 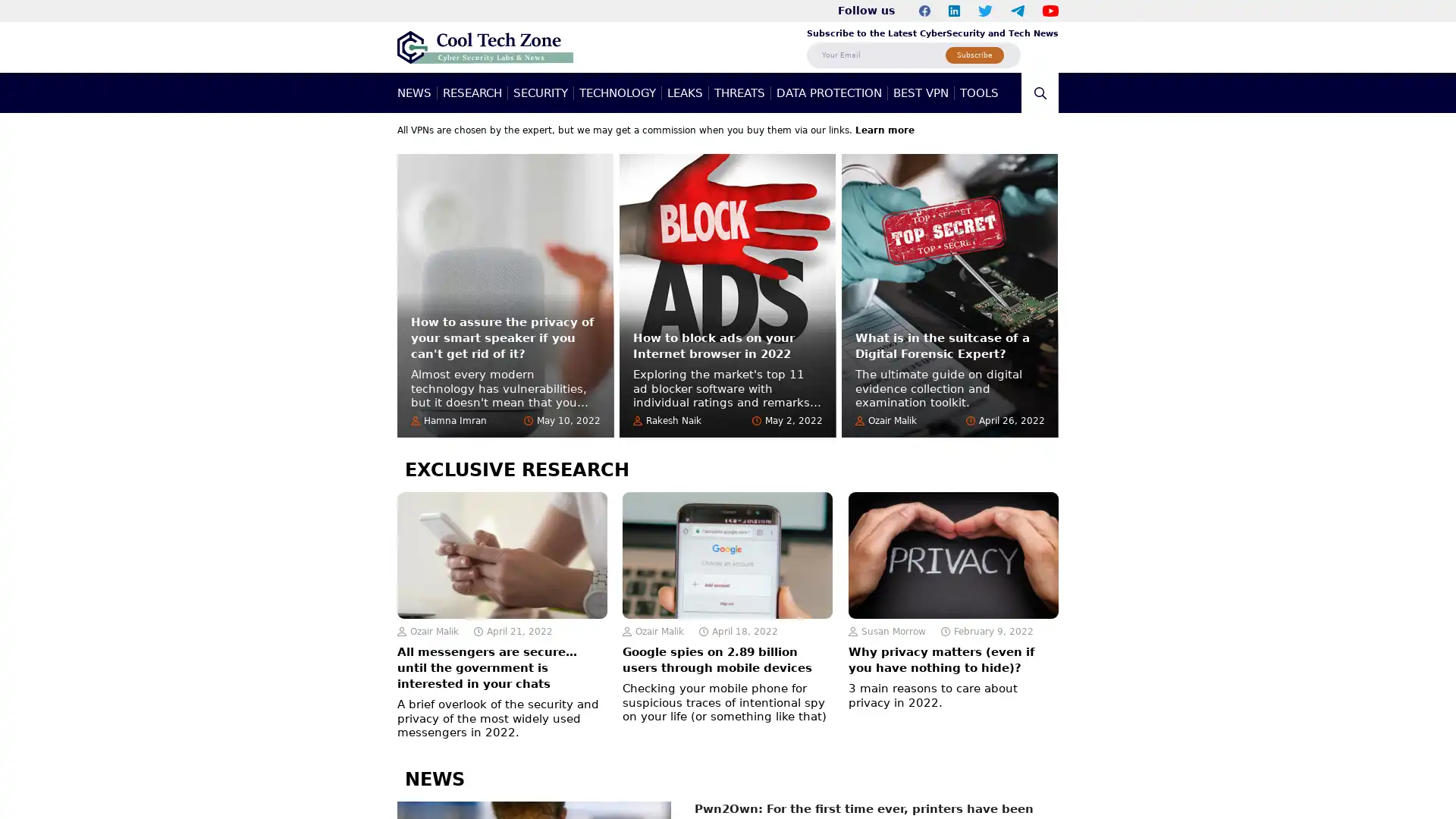 I want to click on Subscribe, so click(x=974, y=54).